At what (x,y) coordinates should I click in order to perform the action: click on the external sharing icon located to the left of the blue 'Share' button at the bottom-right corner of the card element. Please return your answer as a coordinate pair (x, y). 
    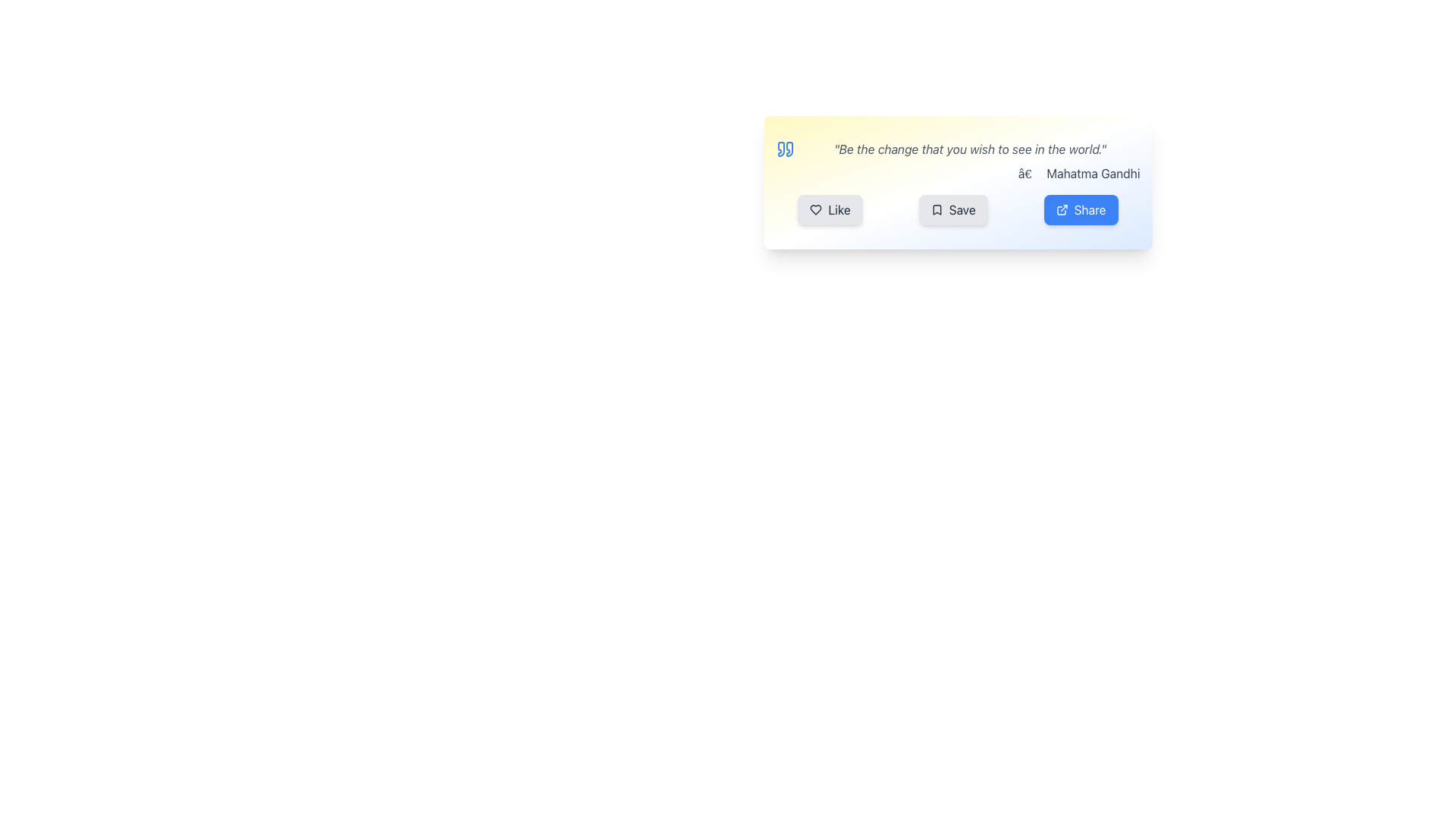
    Looking at the image, I should click on (1061, 210).